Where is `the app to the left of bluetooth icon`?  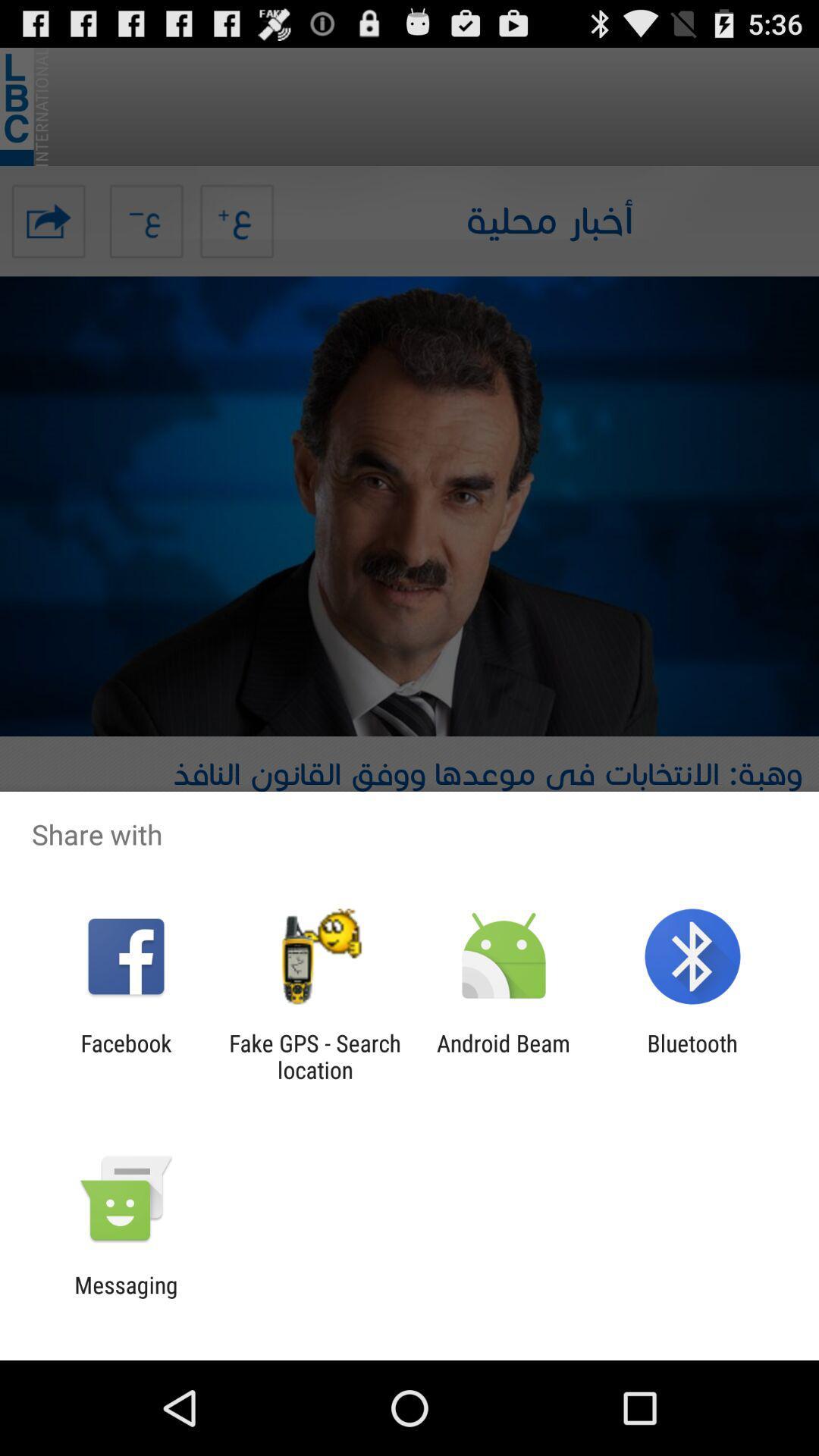 the app to the left of bluetooth icon is located at coordinates (504, 1056).